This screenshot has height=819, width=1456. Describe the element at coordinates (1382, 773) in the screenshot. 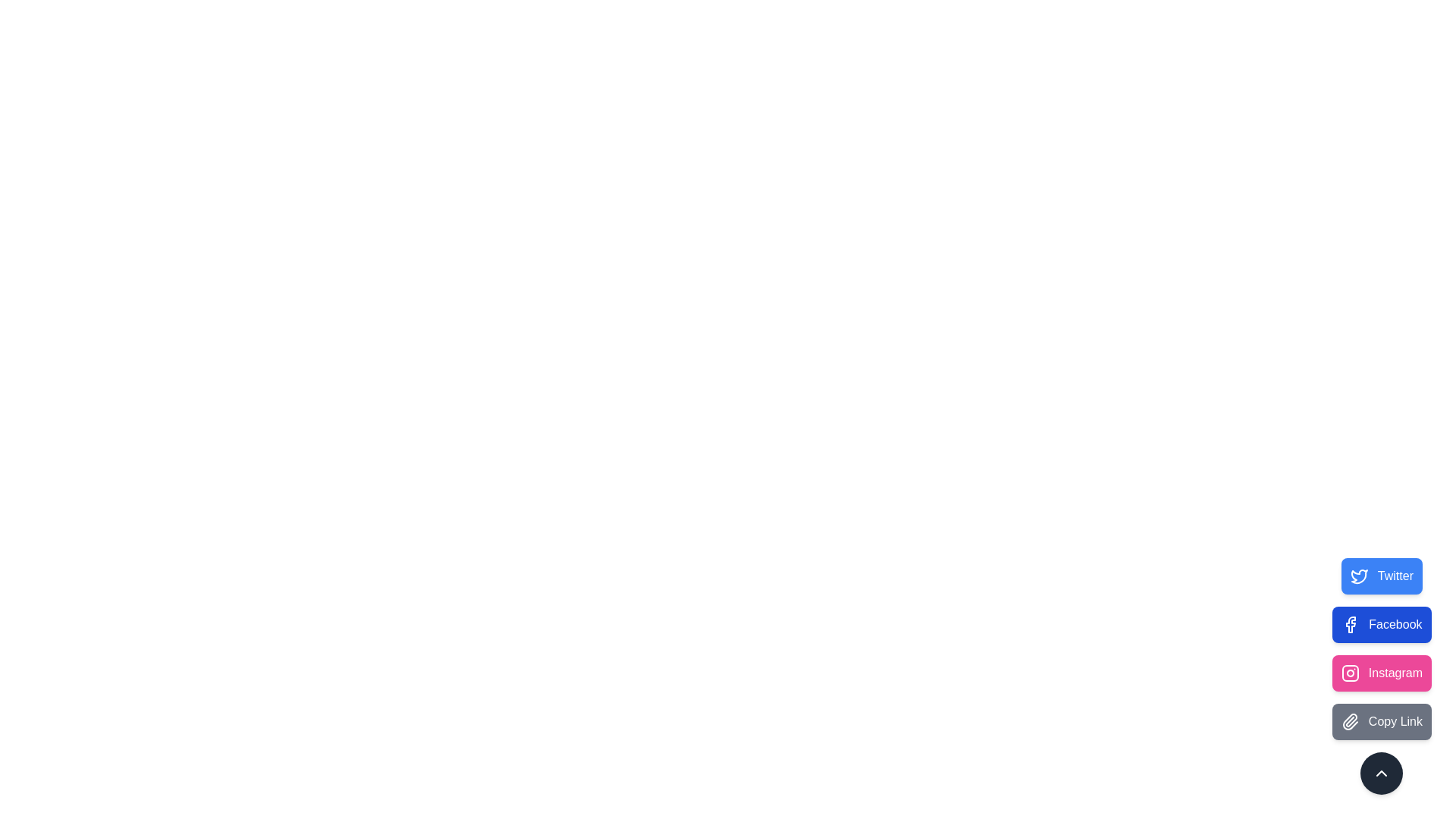

I see `button with the chevron-up icon to collapse the social speed dial menu` at that location.